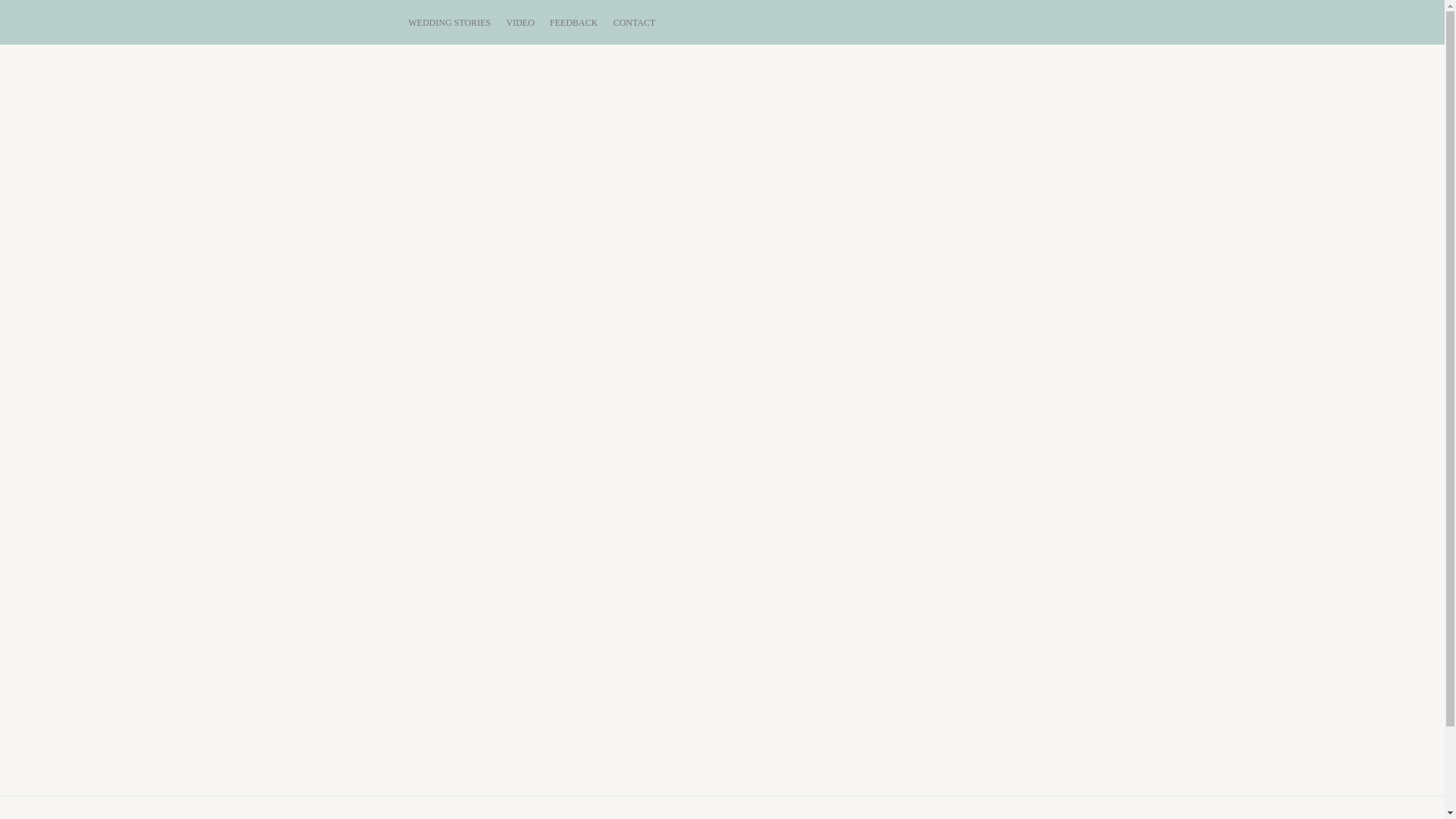 This screenshot has width=1456, height=819. What do you see at coordinates (573, 23) in the screenshot?
I see `'FEEDBACK'` at bounding box center [573, 23].